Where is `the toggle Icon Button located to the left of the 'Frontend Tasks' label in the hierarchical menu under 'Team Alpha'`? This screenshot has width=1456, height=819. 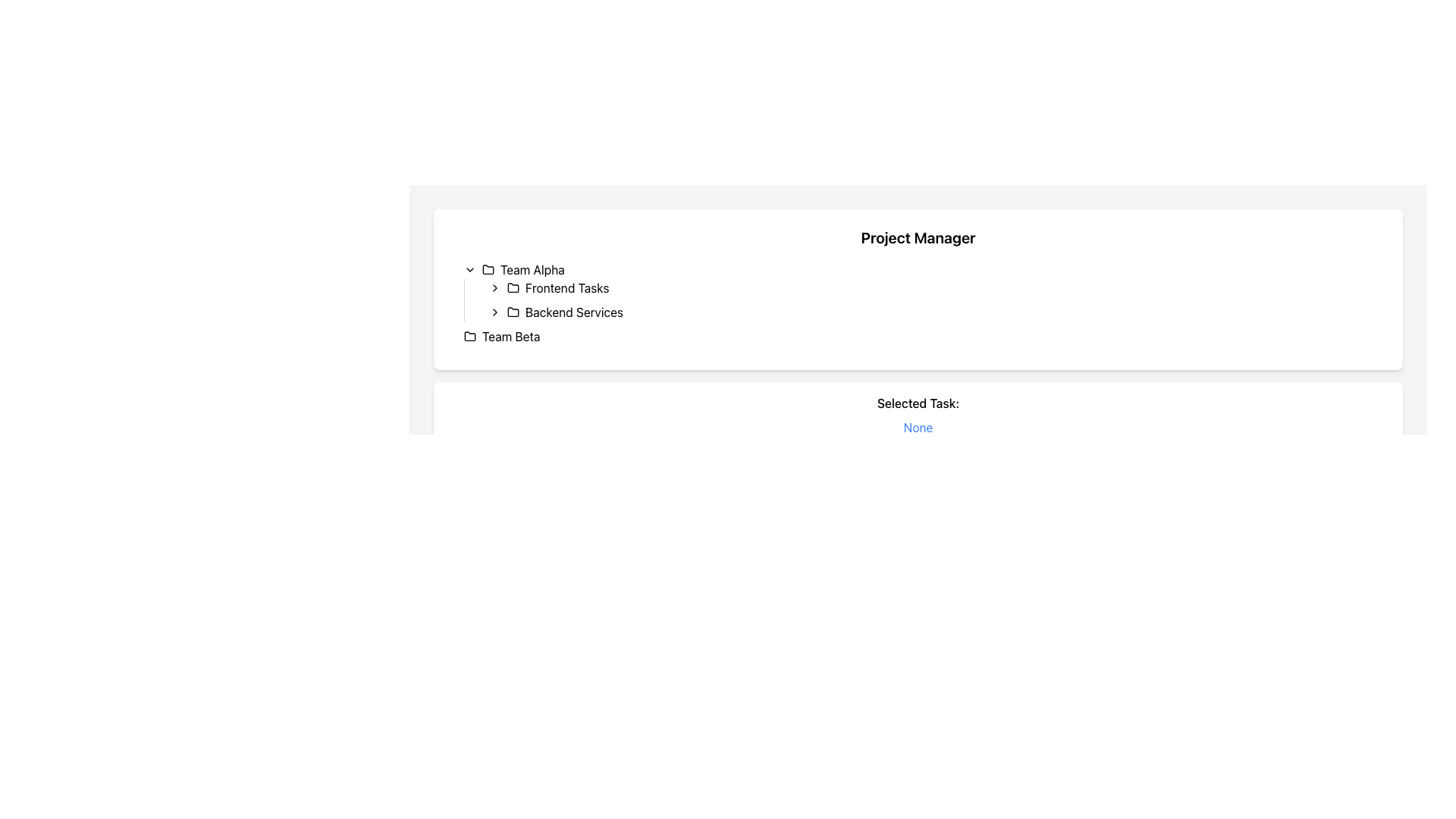
the toggle Icon Button located to the left of the 'Frontend Tasks' label in the hierarchical menu under 'Team Alpha' is located at coordinates (494, 288).